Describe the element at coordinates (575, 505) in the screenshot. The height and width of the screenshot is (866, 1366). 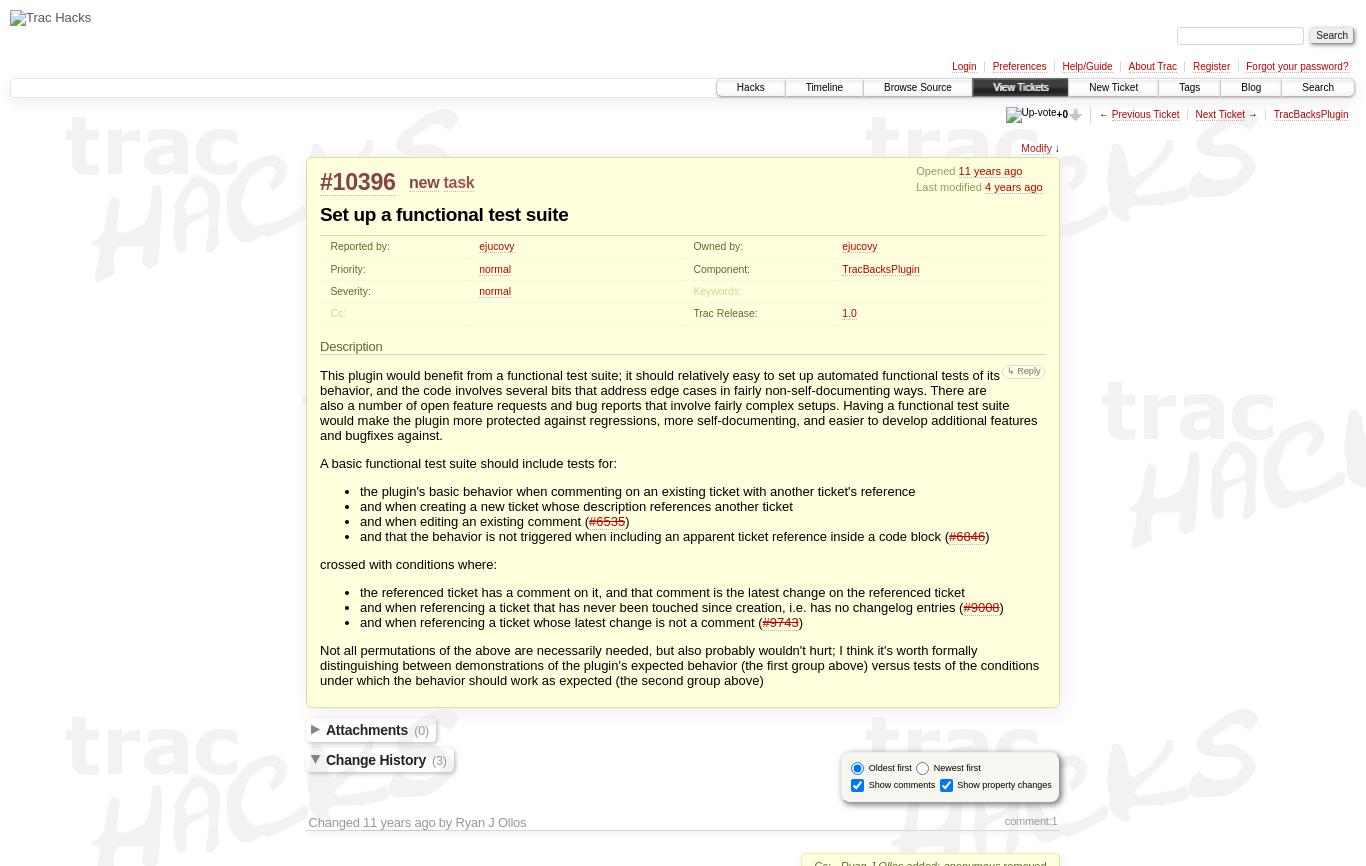
I see `'and when creating a new ticket whose description references another ticket'` at that location.